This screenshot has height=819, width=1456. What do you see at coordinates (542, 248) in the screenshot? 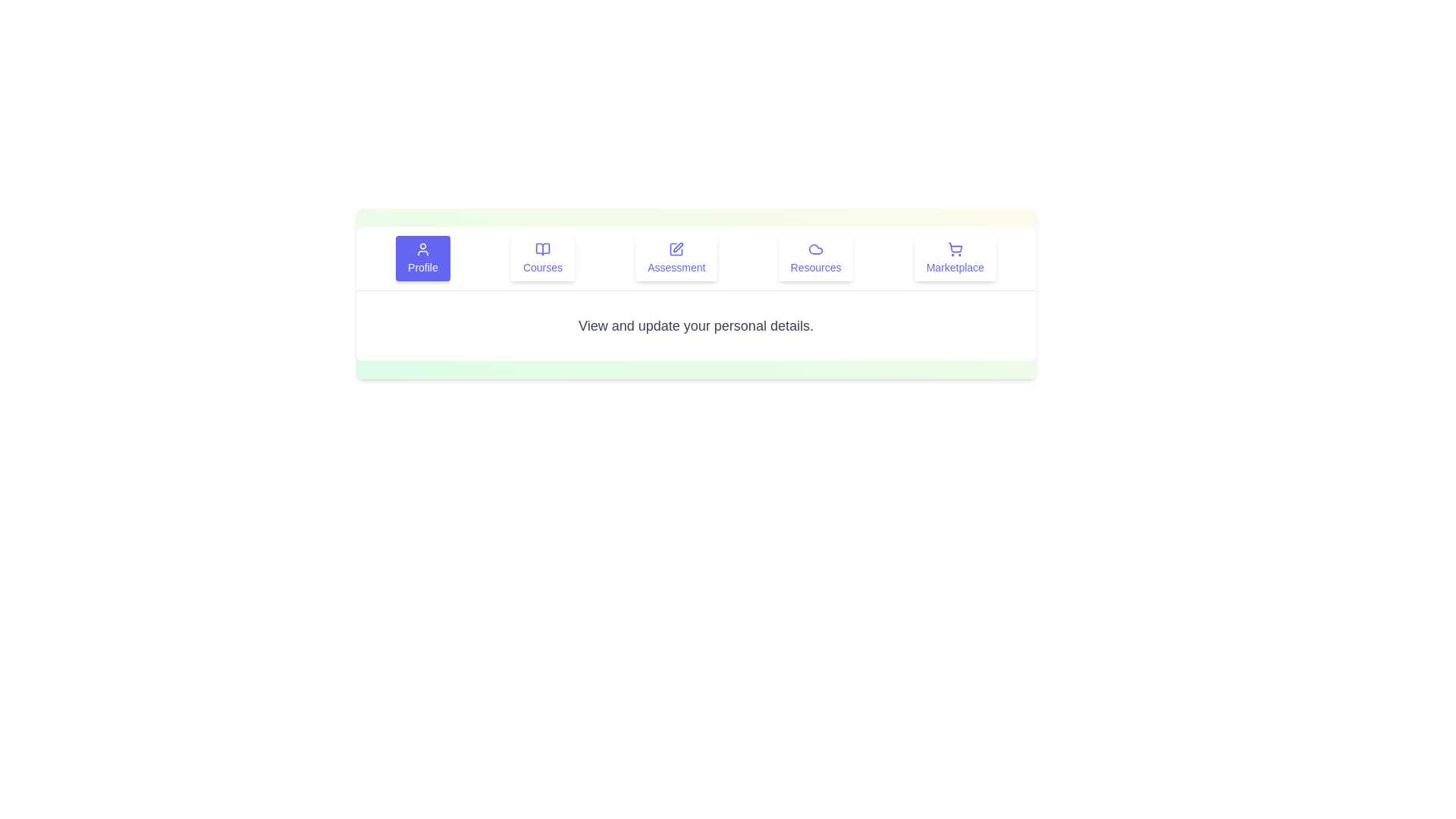
I see `the 'Courses' icon in the horizontal menu bar, which is the second option from the left` at bounding box center [542, 248].